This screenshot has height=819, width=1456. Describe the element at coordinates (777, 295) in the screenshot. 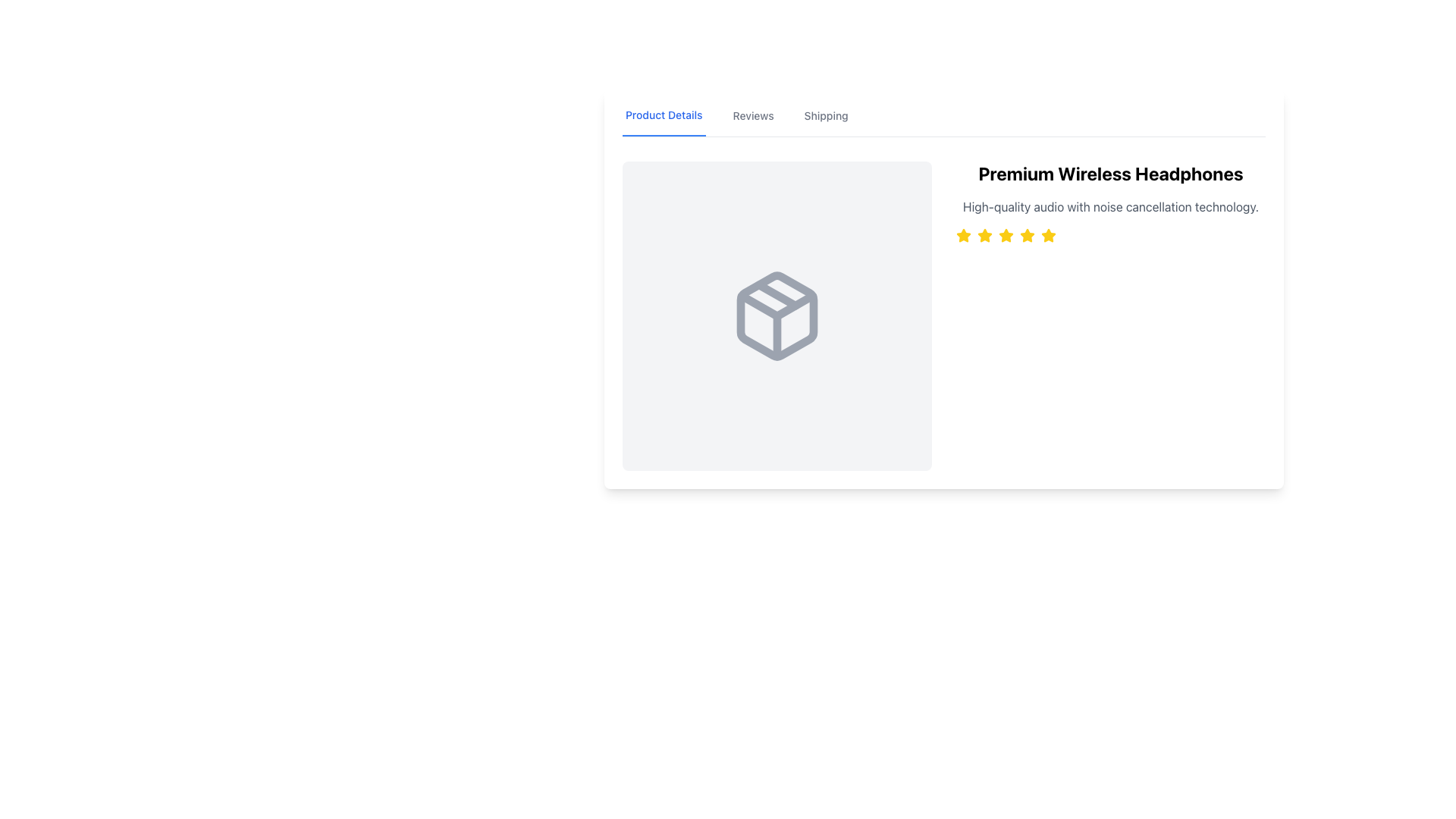

I see `the diagonal gray line within the decorative graphic element of the cube-like icon, which is centrally positioned in the icon` at that location.